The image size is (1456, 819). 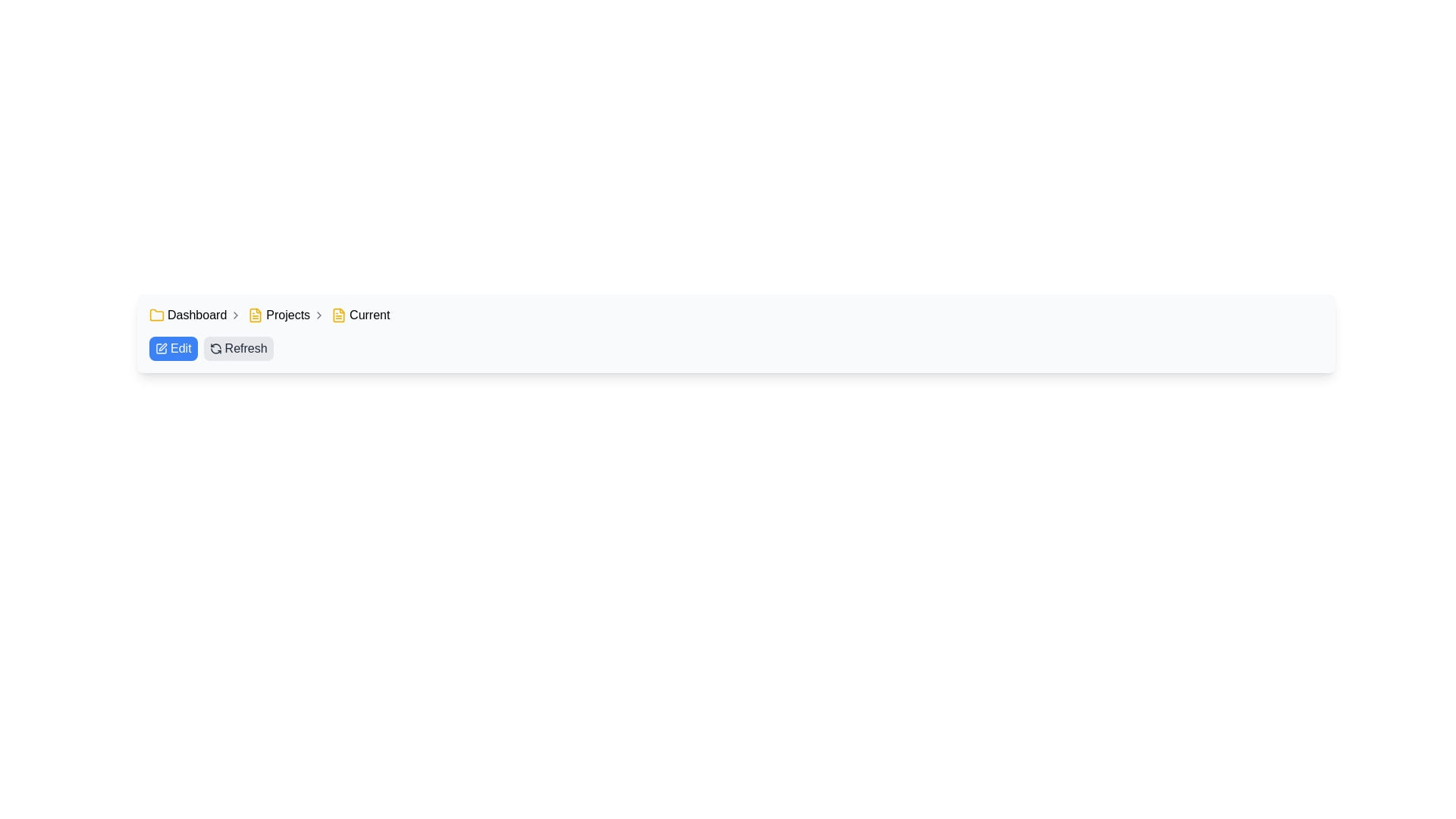 What do you see at coordinates (163, 347) in the screenshot?
I see `the edit icon, which is represented by a square with a pen, located within the editing button of the interface` at bounding box center [163, 347].